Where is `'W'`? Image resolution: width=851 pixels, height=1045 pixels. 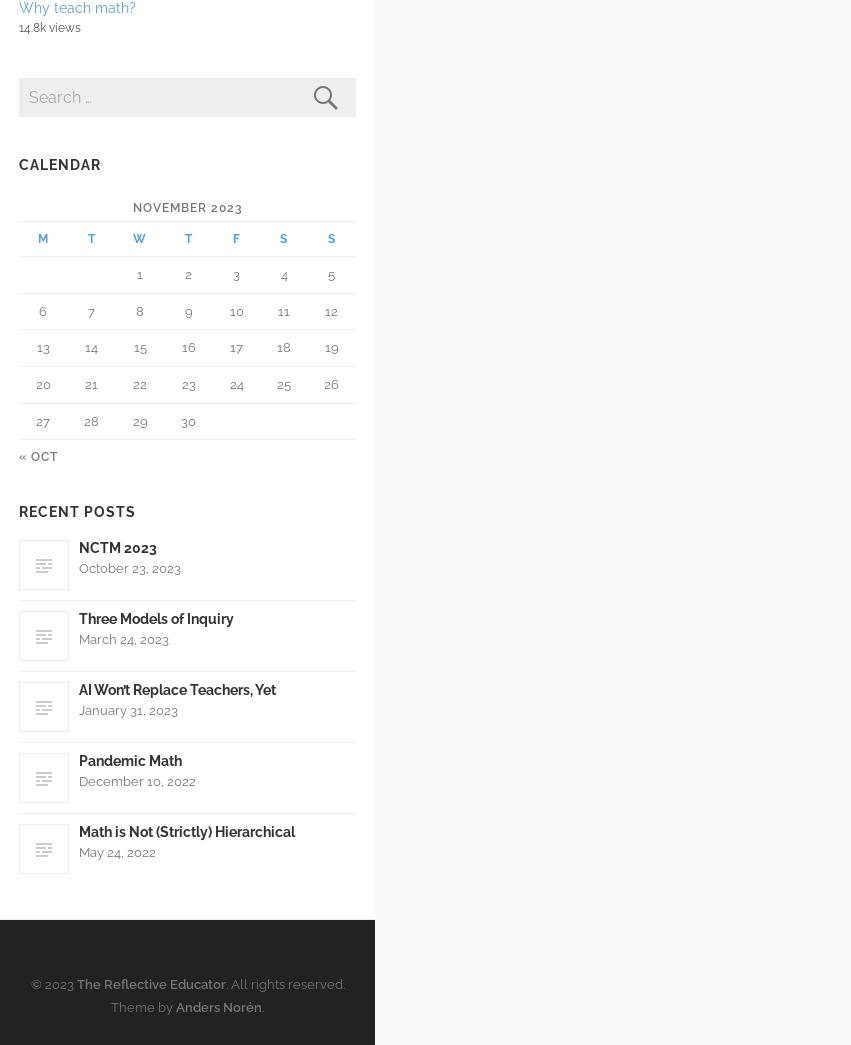 'W' is located at coordinates (139, 237).